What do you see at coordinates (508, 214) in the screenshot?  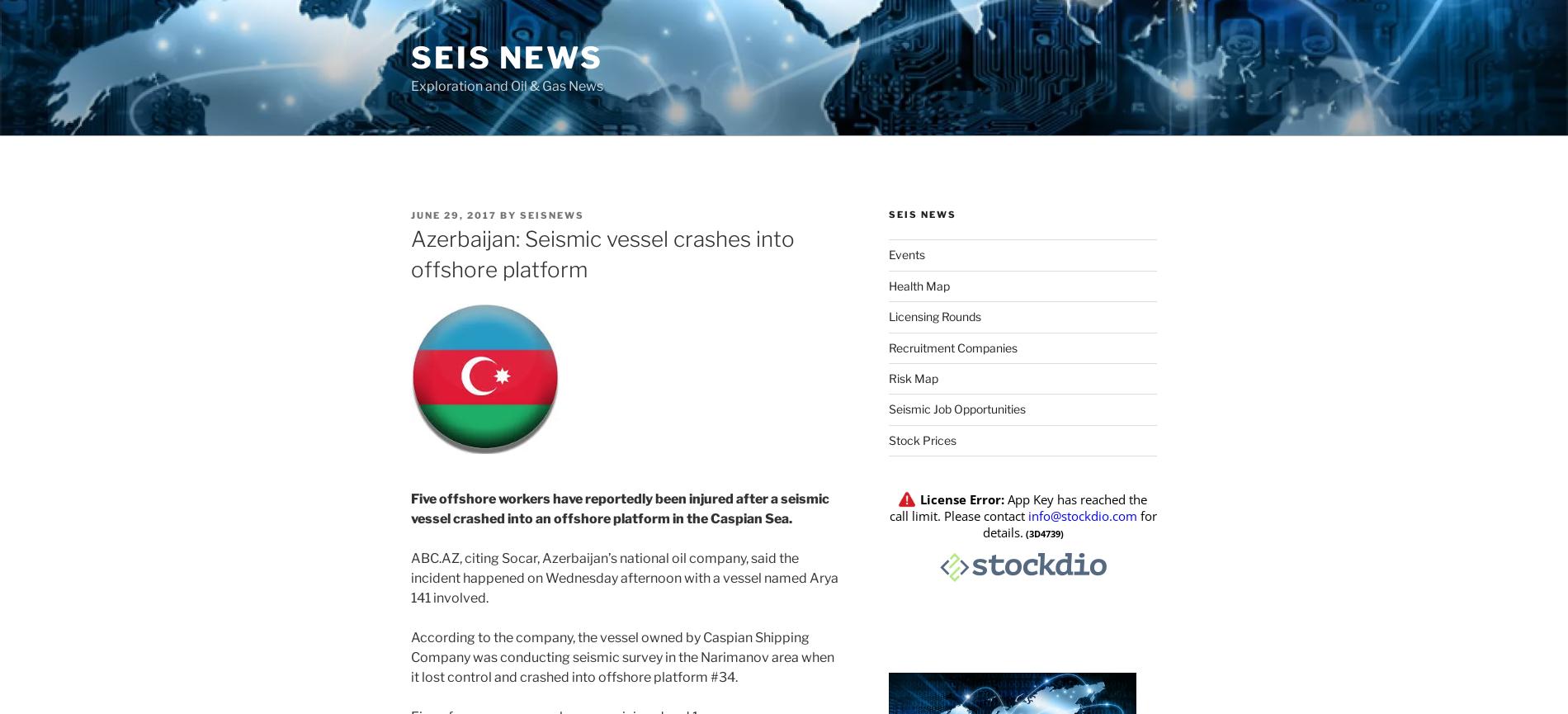 I see `'by'` at bounding box center [508, 214].